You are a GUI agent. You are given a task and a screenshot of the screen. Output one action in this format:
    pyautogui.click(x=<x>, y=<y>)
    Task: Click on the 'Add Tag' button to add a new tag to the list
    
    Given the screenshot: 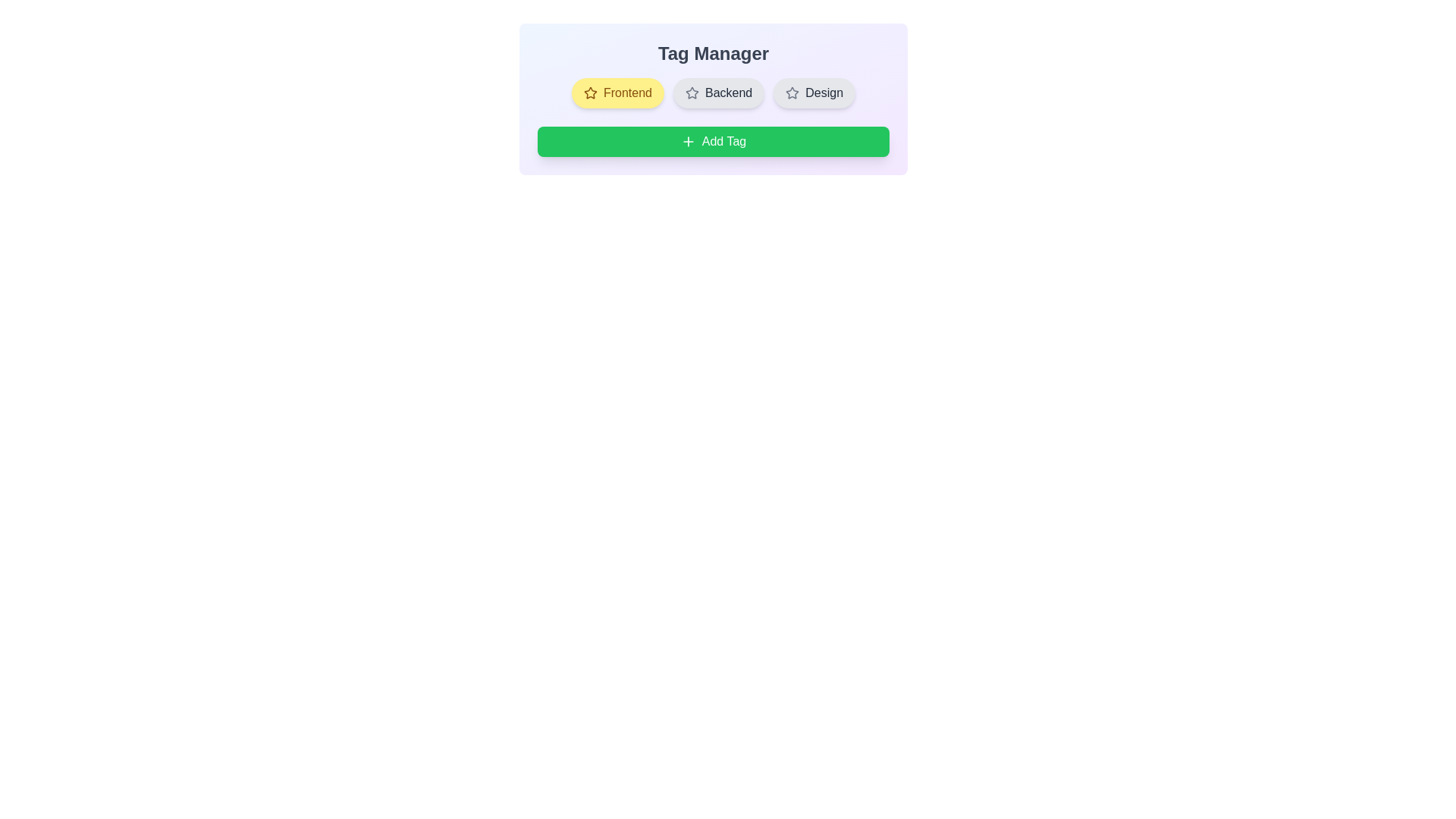 What is the action you would take?
    pyautogui.click(x=712, y=141)
    